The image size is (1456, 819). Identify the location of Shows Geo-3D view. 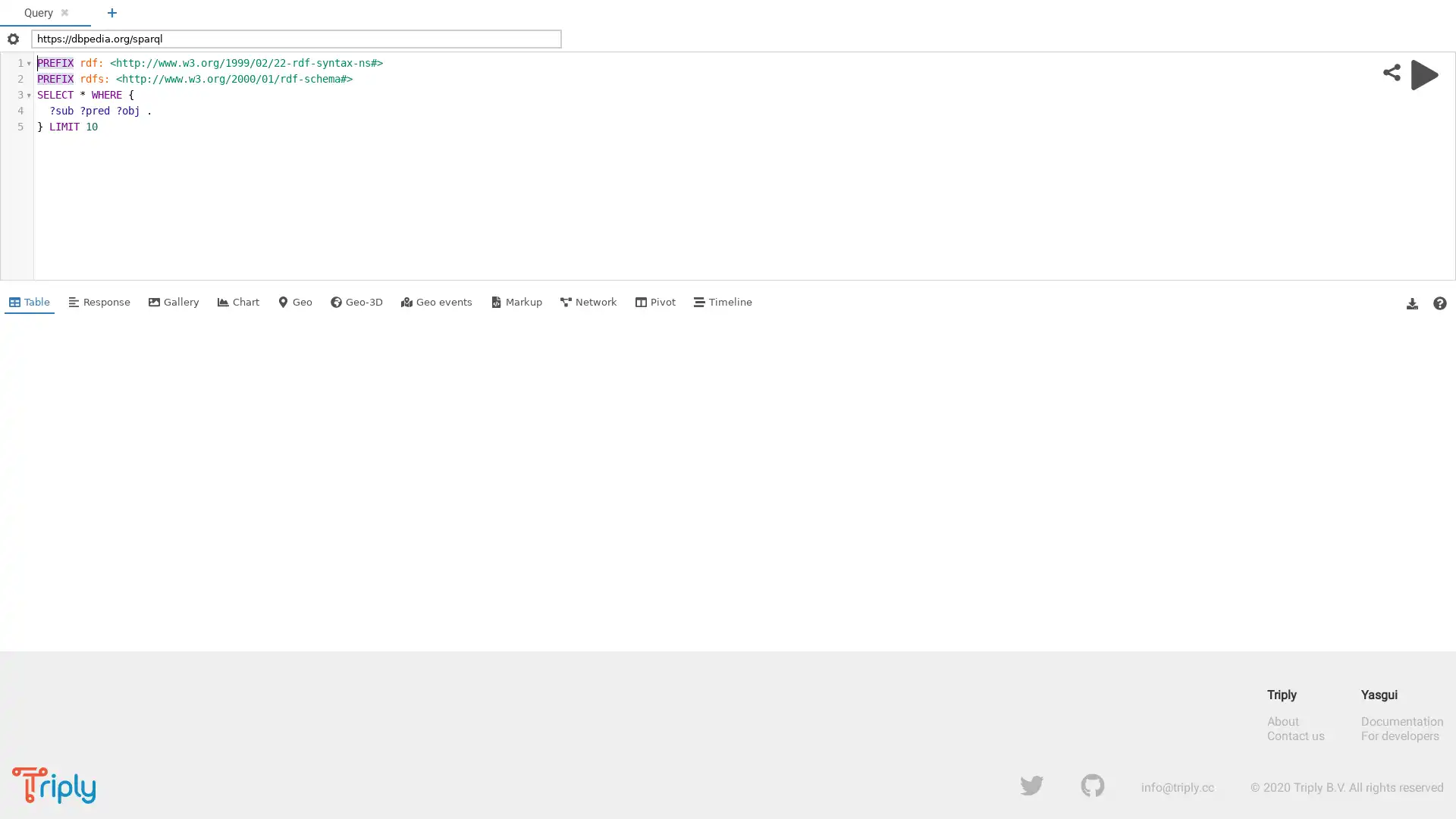
(356, 303).